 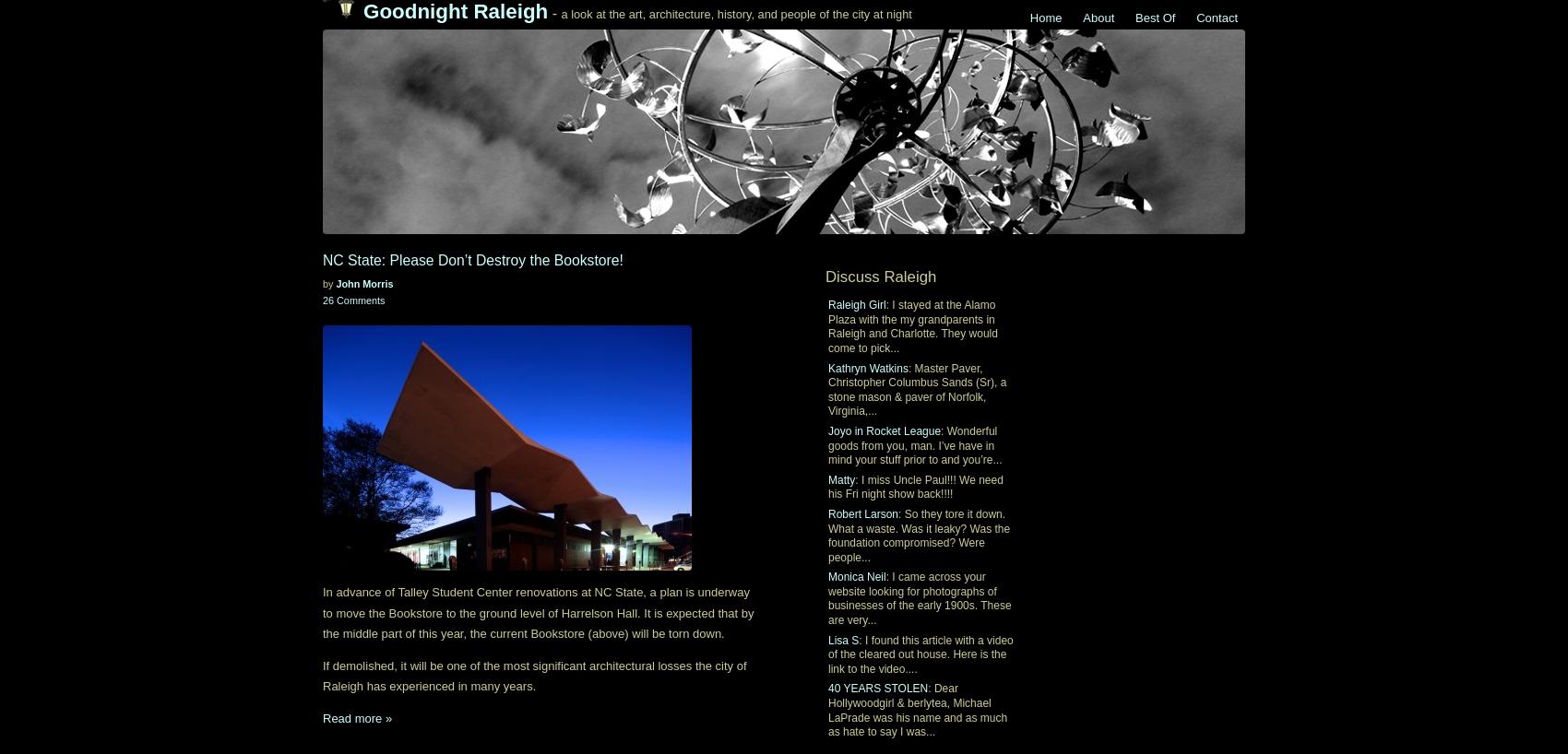 I want to click on 'Matty', so click(x=827, y=479).